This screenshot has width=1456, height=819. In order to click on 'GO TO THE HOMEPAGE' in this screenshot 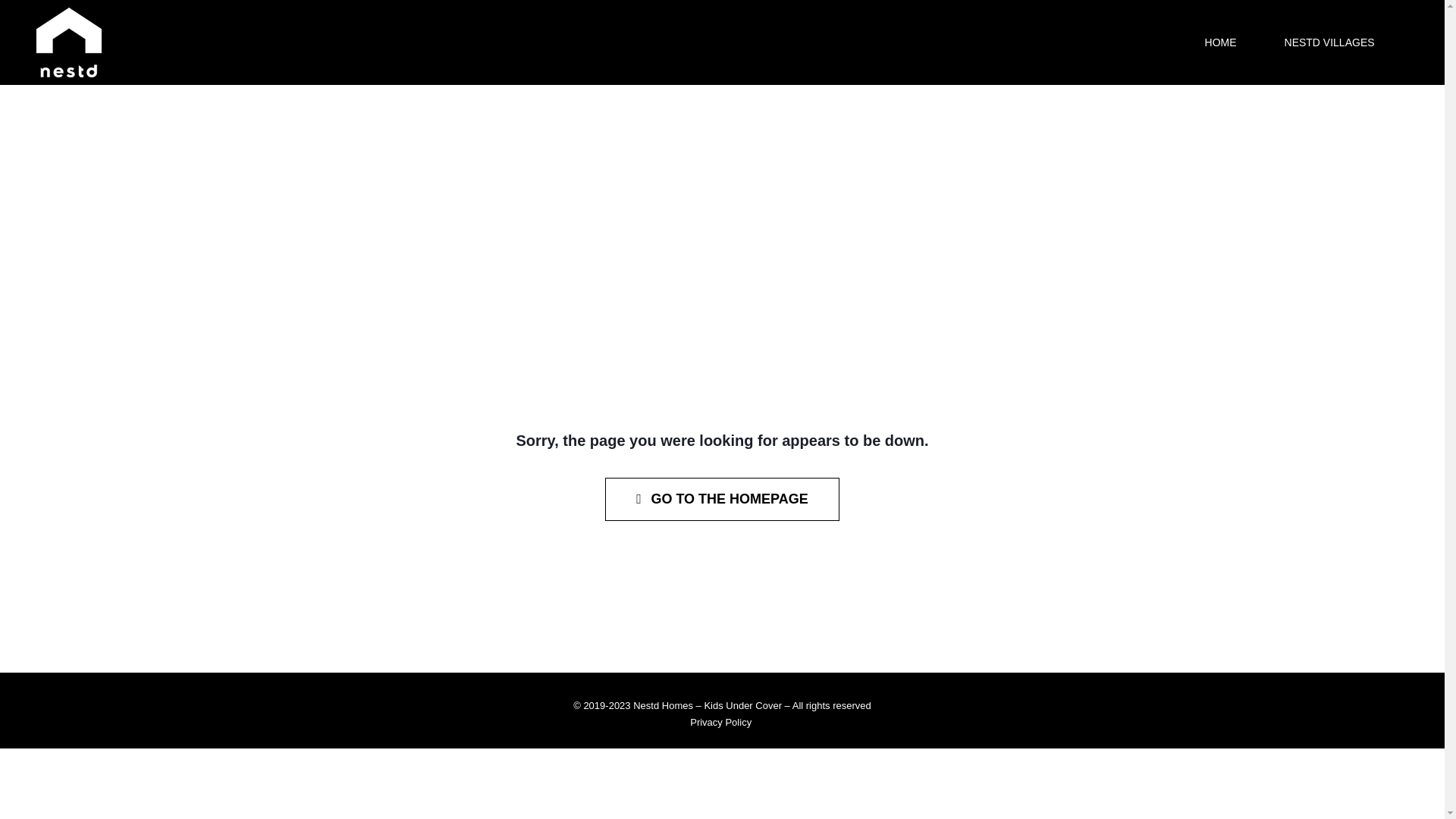, I will do `click(721, 499)`.